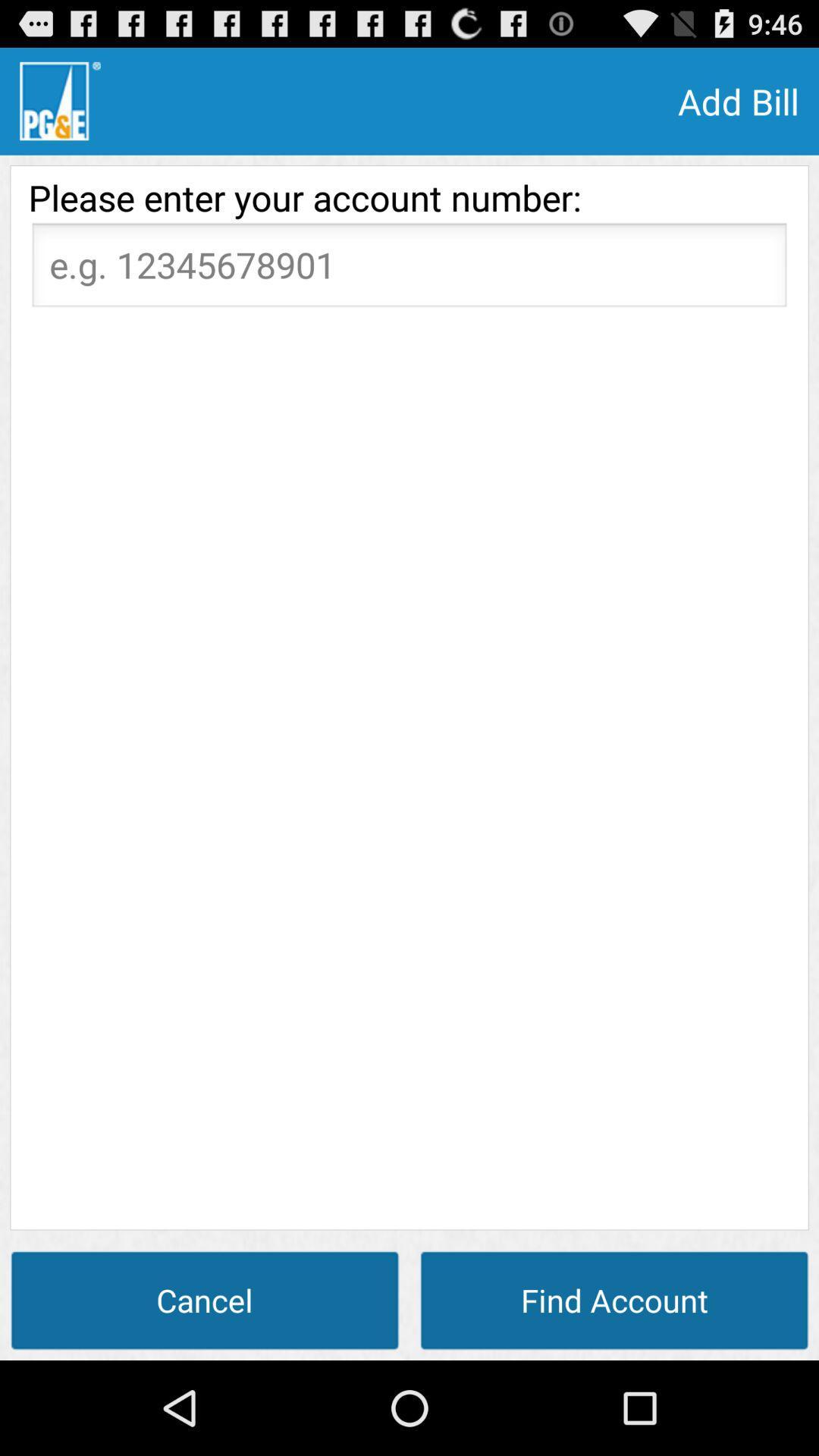 Image resolution: width=819 pixels, height=1456 pixels. I want to click on the button next to cancel button, so click(614, 1299).